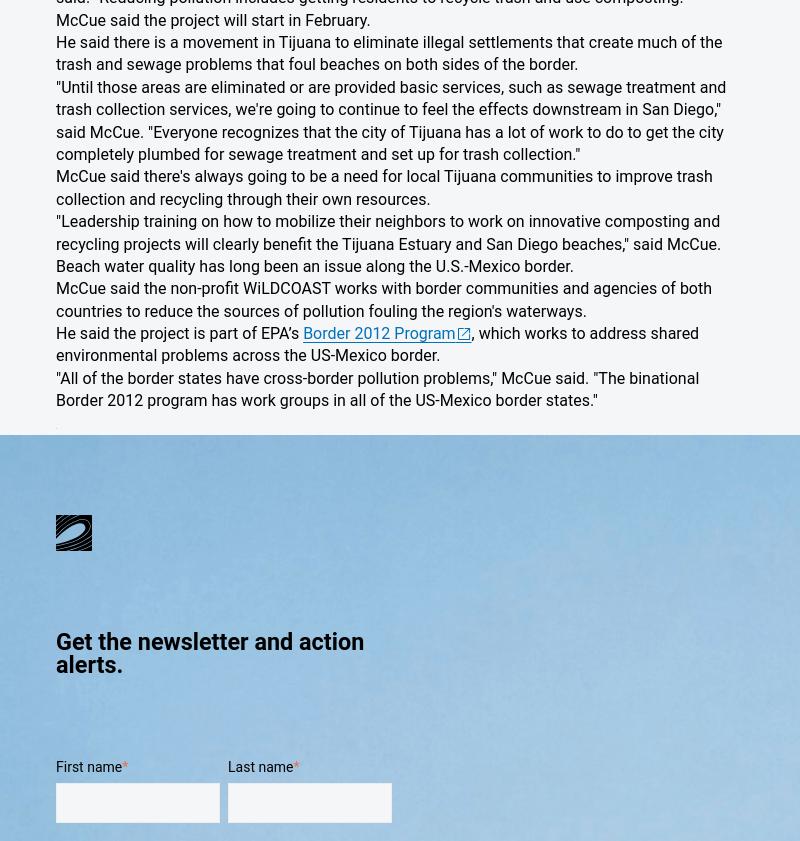  What do you see at coordinates (259, 765) in the screenshot?
I see `'Last name'` at bounding box center [259, 765].